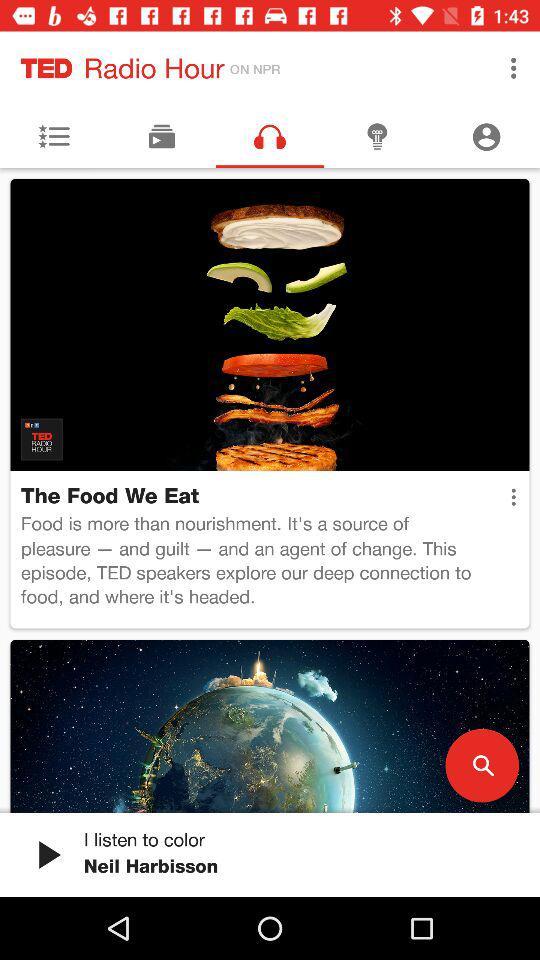  Describe the element at coordinates (513, 68) in the screenshot. I see `the icon next to the on npr icon` at that location.